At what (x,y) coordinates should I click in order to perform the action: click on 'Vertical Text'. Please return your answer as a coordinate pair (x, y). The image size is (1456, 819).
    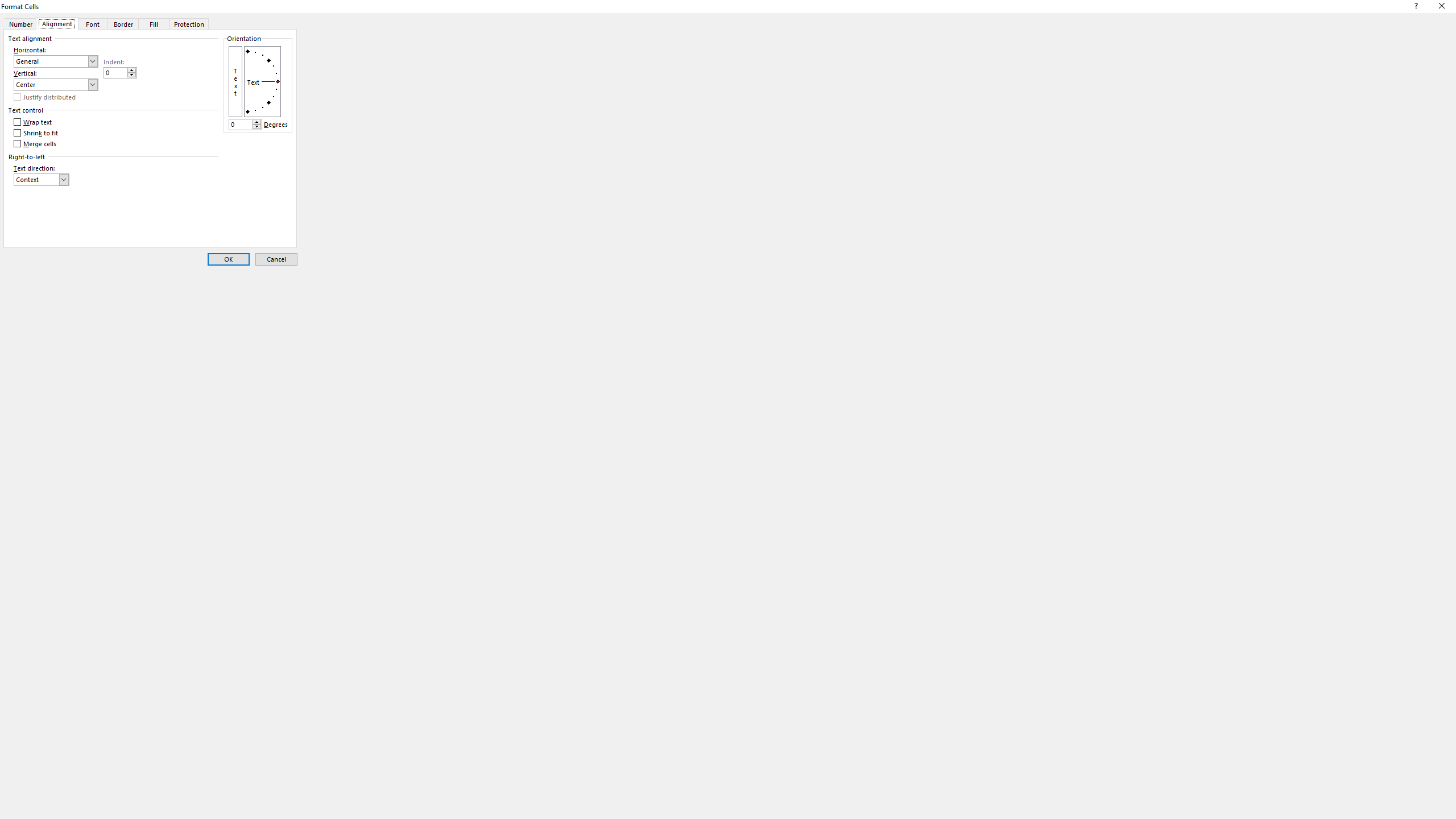
    Looking at the image, I should click on (234, 81).